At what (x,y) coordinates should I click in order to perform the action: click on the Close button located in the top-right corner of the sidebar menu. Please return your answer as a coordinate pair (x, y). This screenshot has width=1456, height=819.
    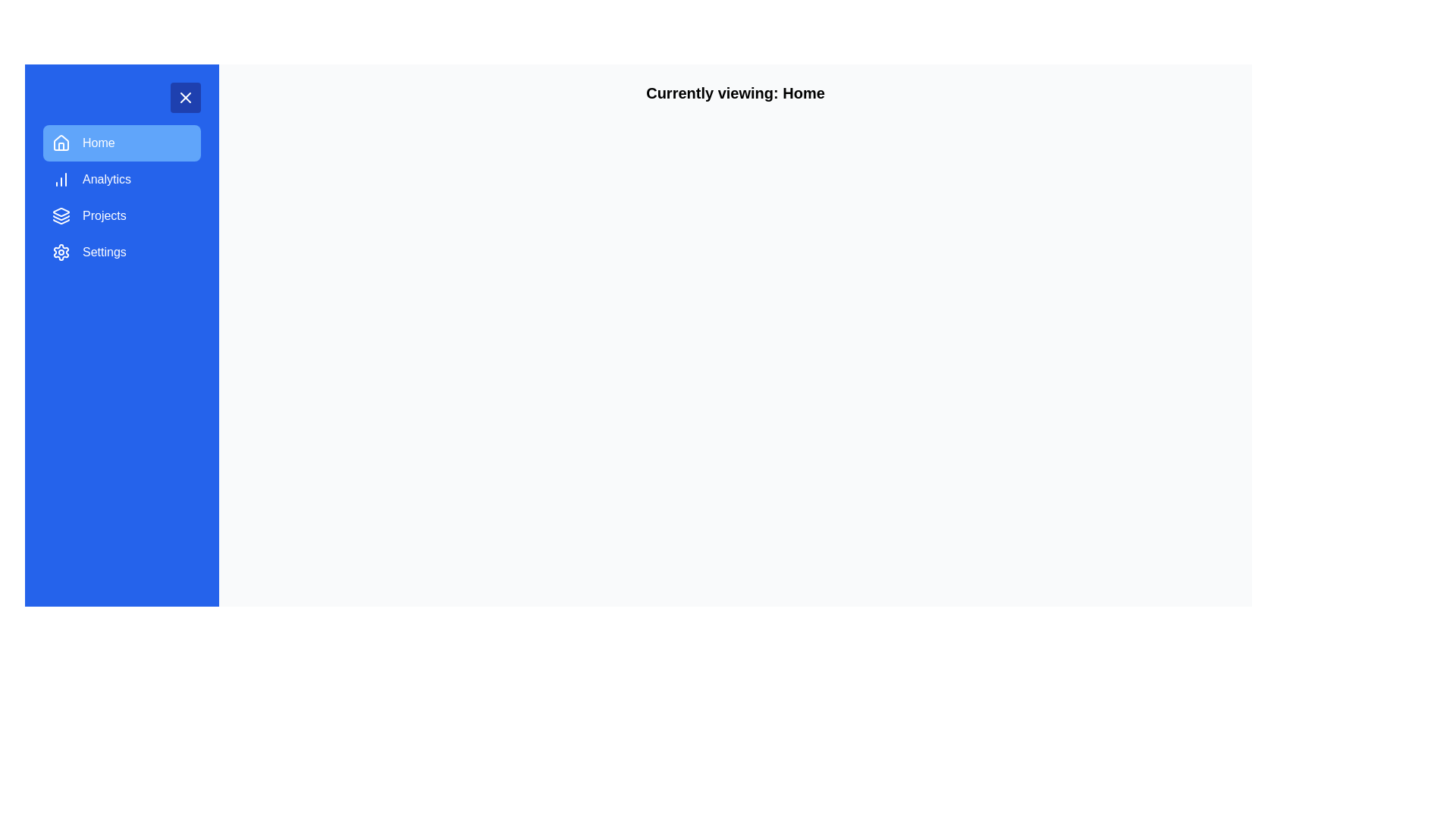
    Looking at the image, I should click on (184, 97).